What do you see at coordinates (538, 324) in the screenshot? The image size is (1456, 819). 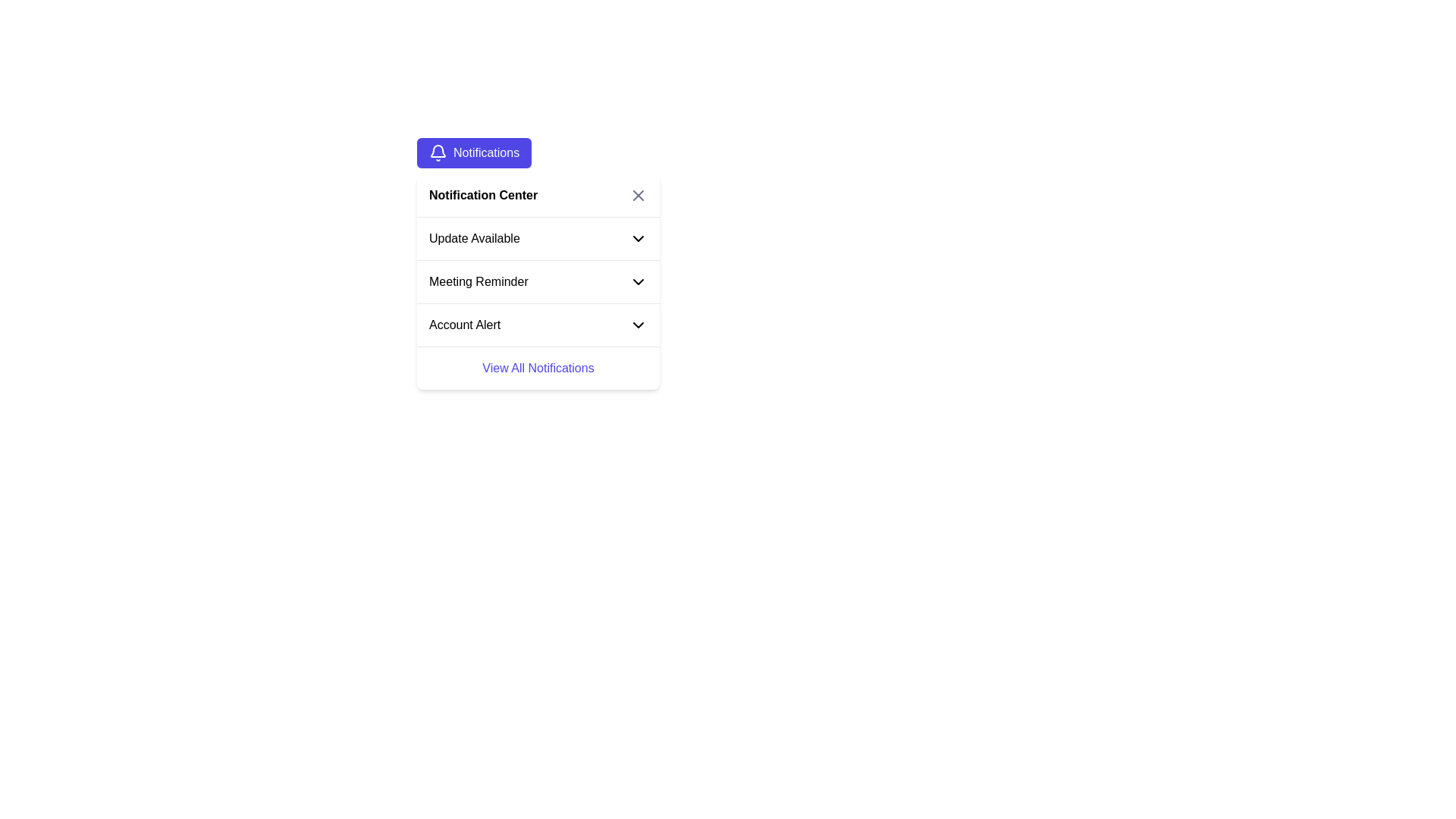 I see `the 'Account Alert' item in the Notification Center dropdown` at bounding box center [538, 324].